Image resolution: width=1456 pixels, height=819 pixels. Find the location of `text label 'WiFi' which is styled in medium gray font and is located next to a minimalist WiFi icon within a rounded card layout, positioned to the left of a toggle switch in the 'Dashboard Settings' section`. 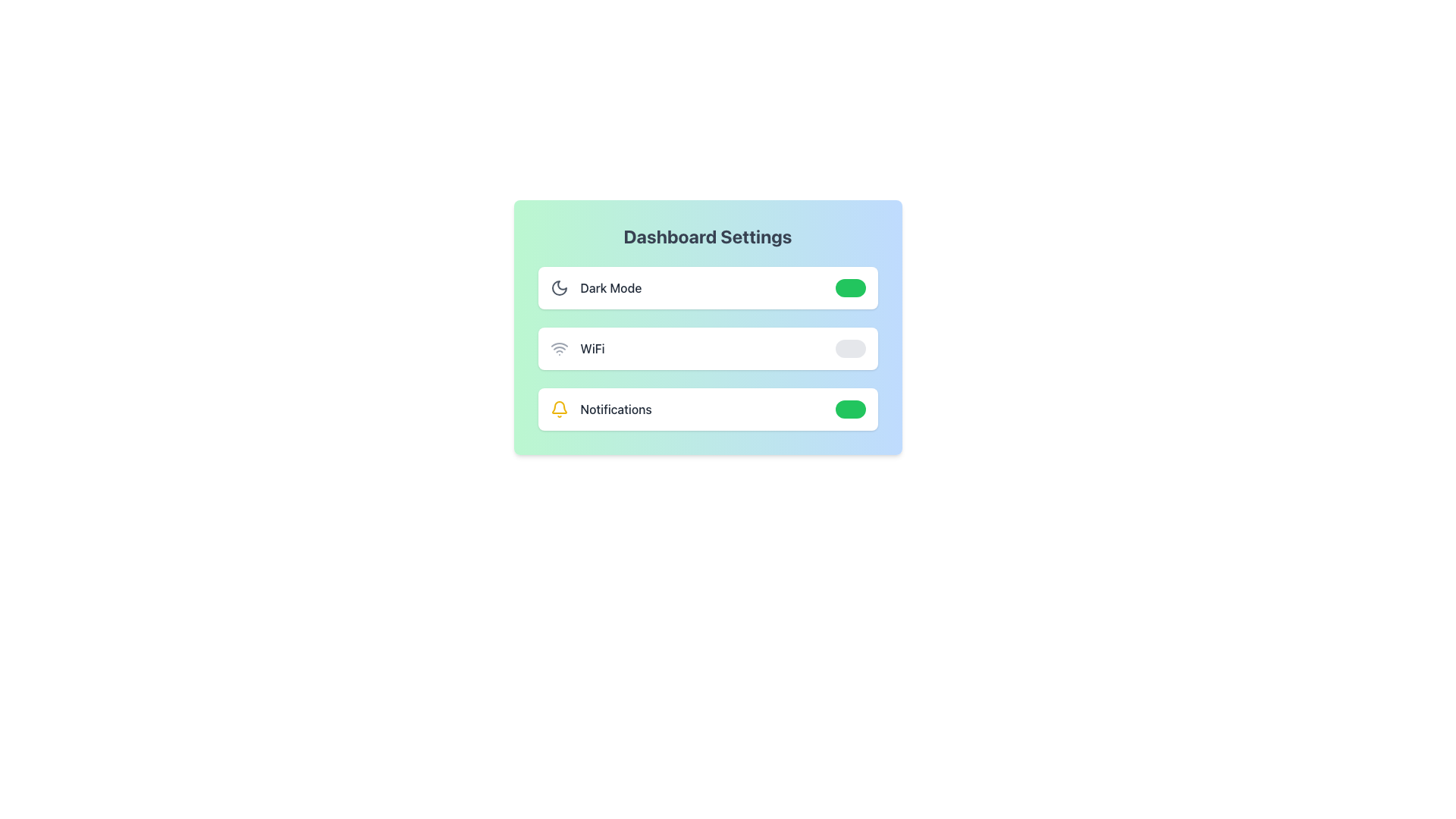

text label 'WiFi' which is styled in medium gray font and is located next to a minimalist WiFi icon within a rounded card layout, positioned to the left of a toggle switch in the 'Dashboard Settings' section is located at coordinates (576, 348).